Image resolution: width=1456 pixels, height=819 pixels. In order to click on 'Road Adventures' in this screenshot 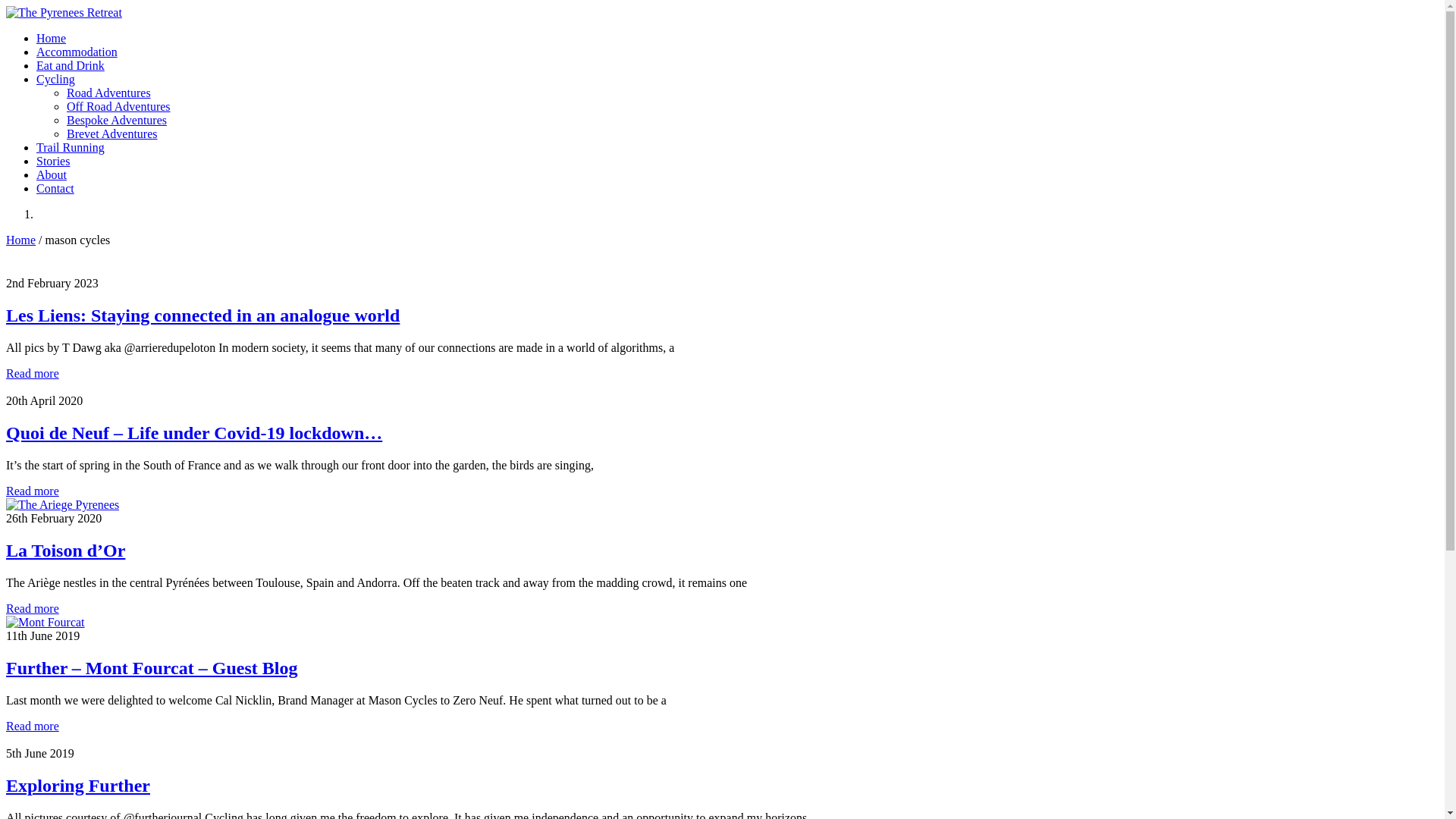, I will do `click(65, 93)`.